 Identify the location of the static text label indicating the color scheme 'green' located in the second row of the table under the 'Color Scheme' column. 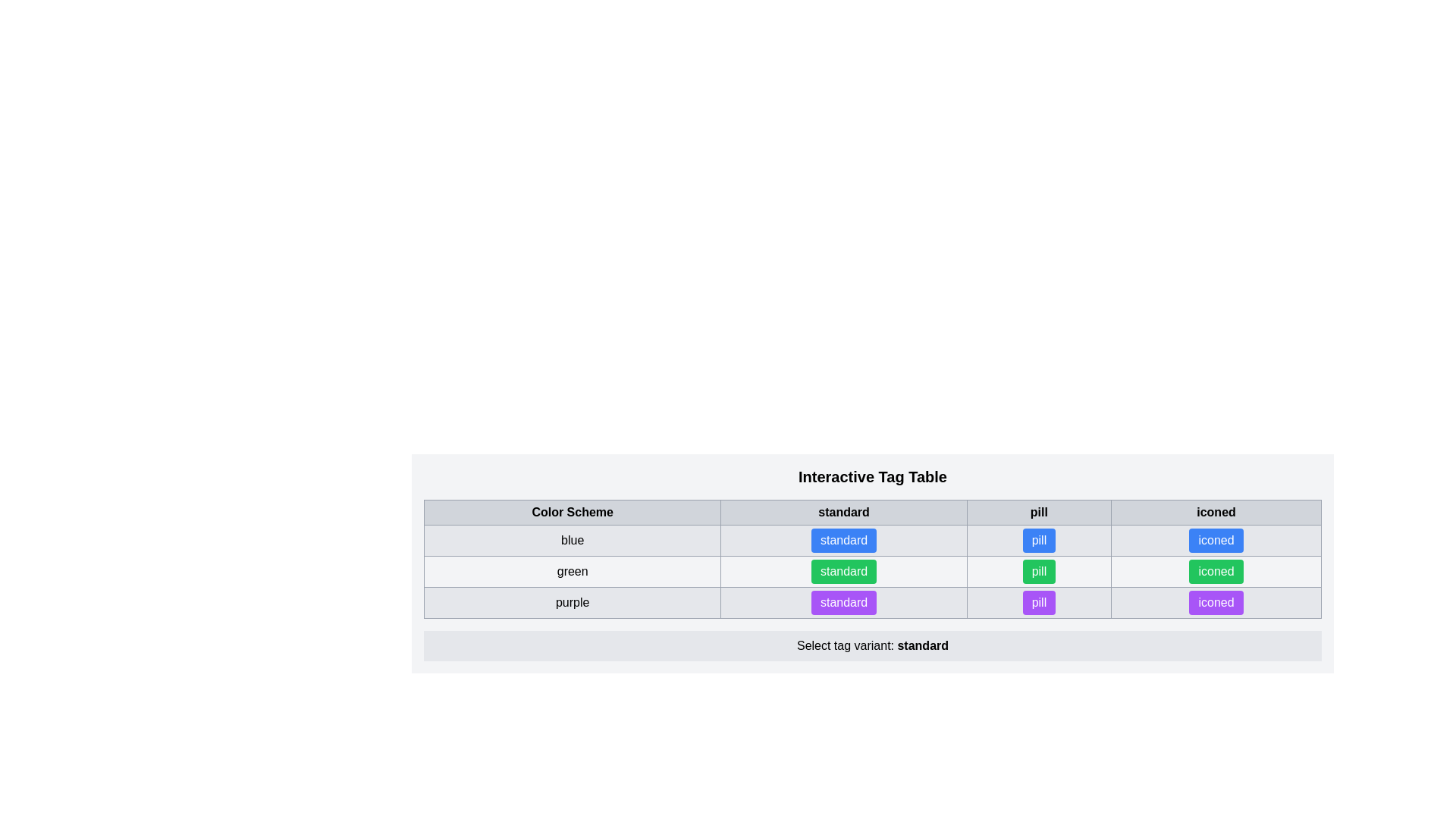
(572, 571).